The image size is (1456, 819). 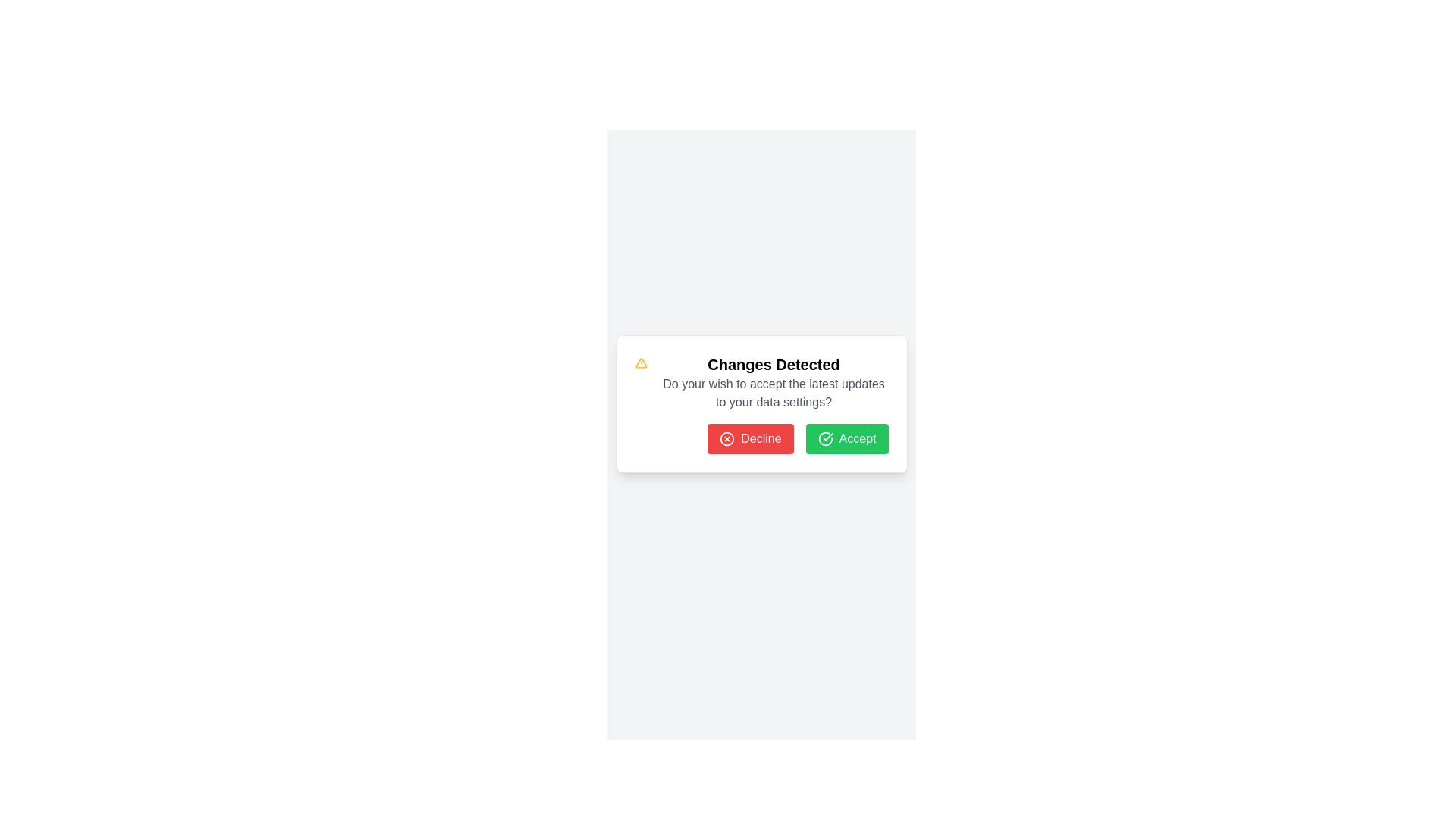 What do you see at coordinates (773, 365) in the screenshot?
I see `the Text Label that serves as the title or header for the notification card, positioned centrally at the top of the notification card, above the descriptive paragraph and buttons` at bounding box center [773, 365].